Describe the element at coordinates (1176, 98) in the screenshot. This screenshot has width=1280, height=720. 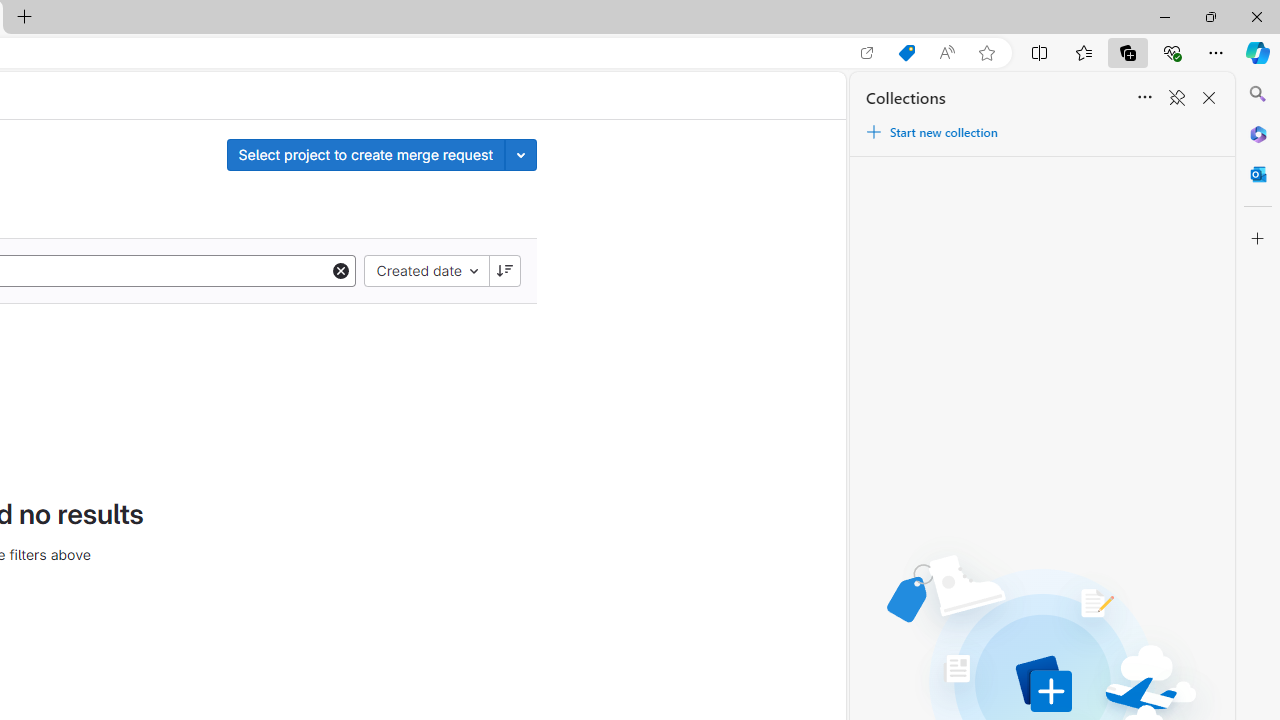
I see `'Unpin Collections'` at that location.